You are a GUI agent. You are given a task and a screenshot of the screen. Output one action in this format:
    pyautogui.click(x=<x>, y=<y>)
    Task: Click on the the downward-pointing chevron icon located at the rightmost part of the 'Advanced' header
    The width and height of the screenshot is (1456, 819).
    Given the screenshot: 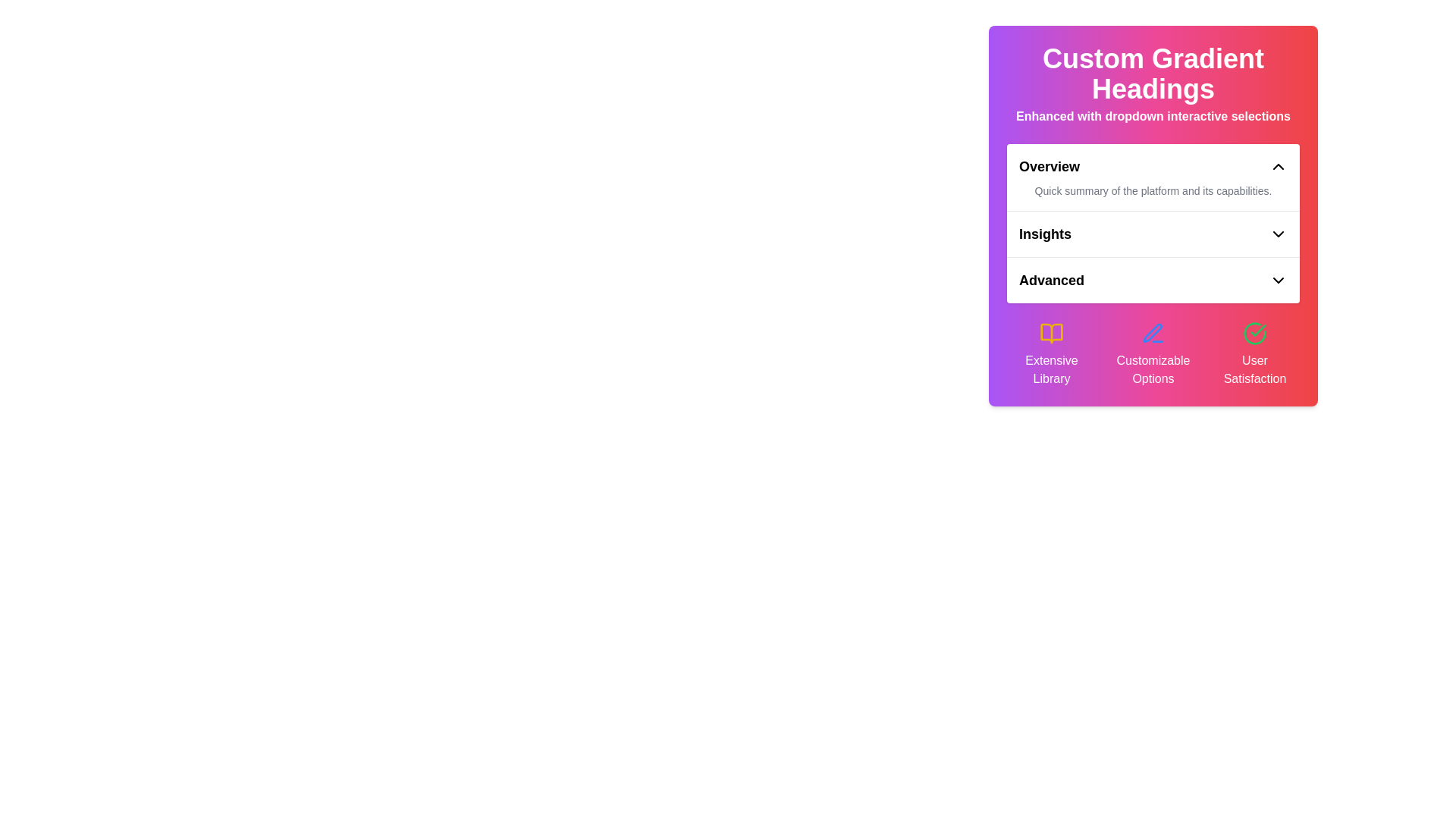 What is the action you would take?
    pyautogui.click(x=1277, y=281)
    